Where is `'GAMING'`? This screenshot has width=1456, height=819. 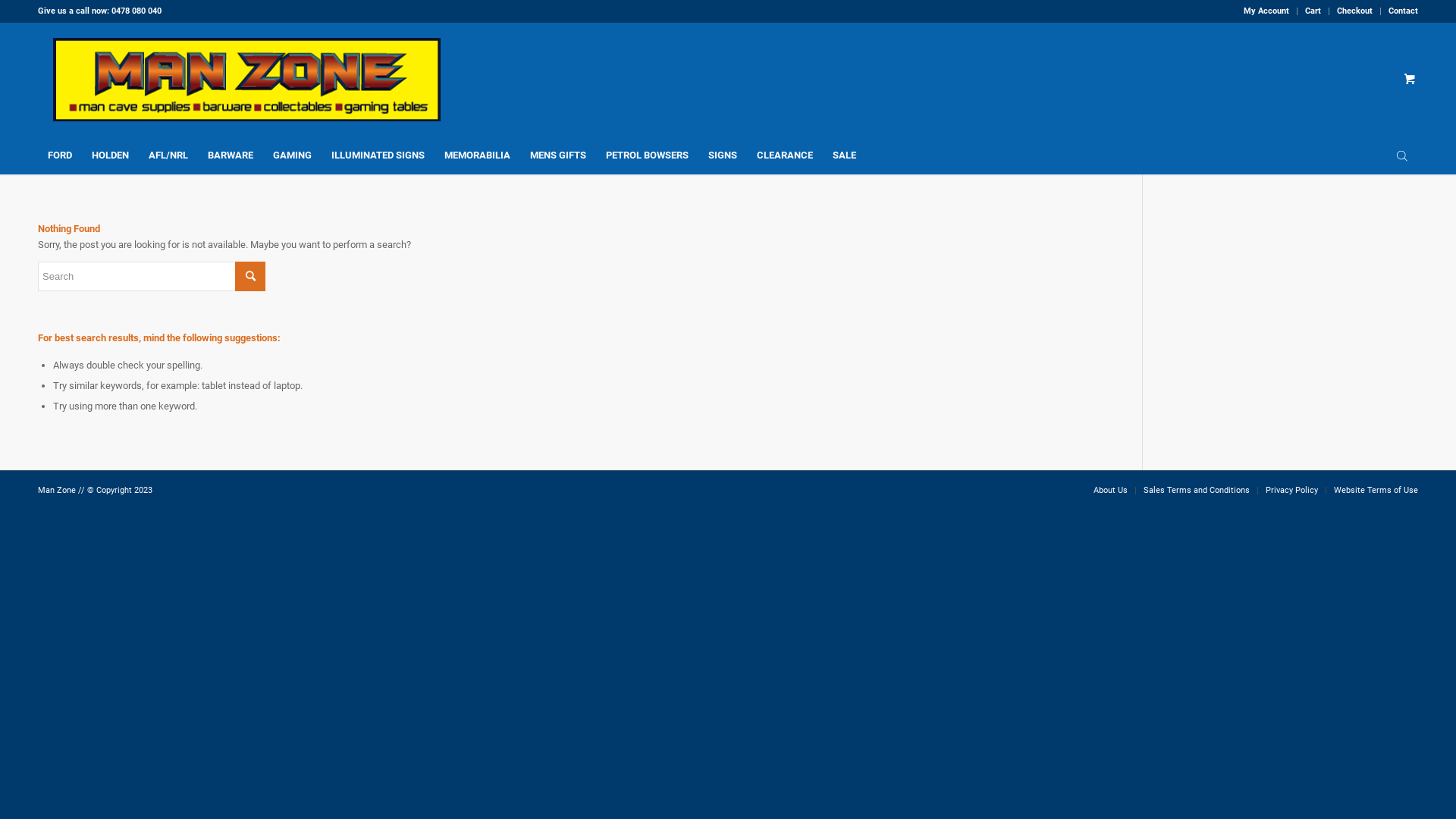
'GAMING' is located at coordinates (292, 155).